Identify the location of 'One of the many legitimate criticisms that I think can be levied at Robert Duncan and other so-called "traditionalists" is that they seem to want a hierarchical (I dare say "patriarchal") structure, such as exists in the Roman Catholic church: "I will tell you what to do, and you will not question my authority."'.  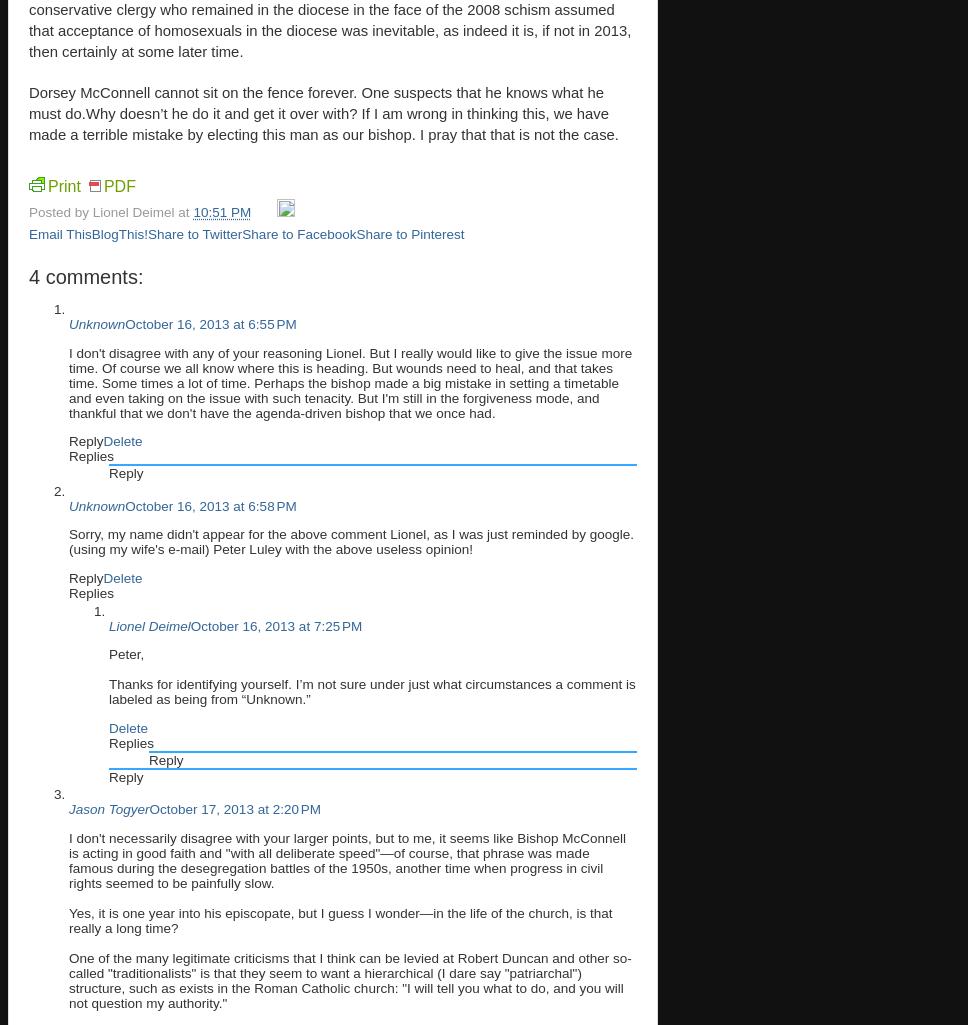
(350, 979).